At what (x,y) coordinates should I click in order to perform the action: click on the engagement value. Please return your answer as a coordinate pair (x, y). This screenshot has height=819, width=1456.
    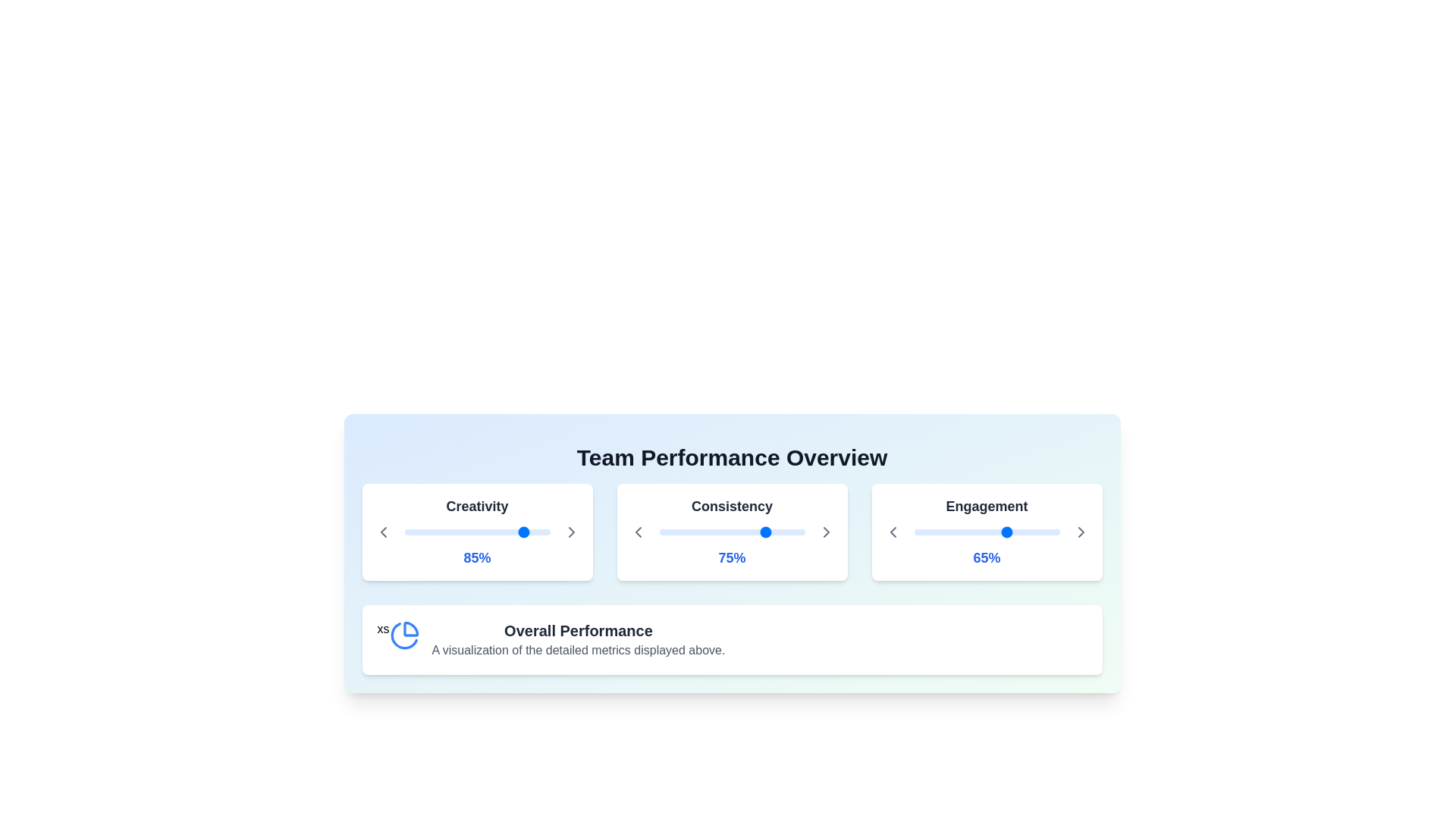
    Looking at the image, I should click on (1043, 532).